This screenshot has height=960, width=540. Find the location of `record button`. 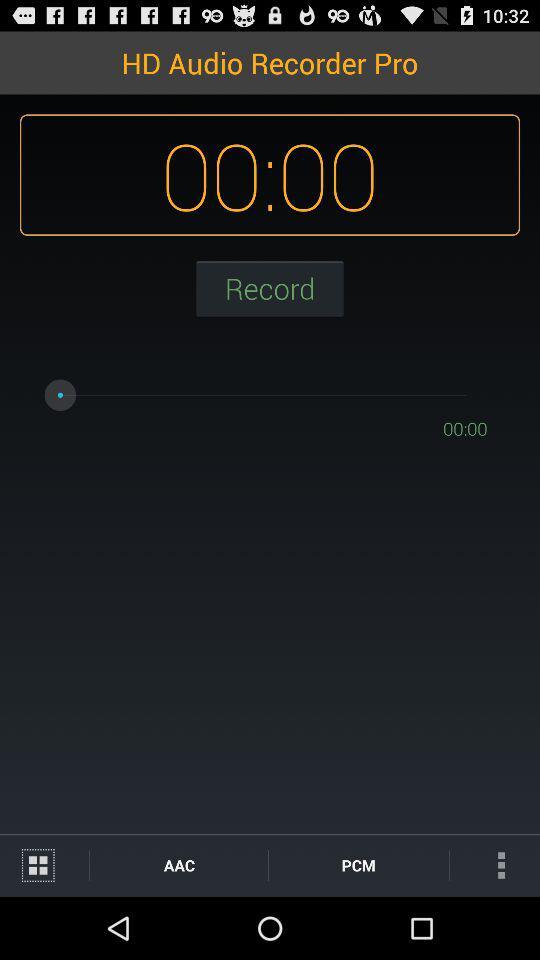

record button is located at coordinates (270, 287).